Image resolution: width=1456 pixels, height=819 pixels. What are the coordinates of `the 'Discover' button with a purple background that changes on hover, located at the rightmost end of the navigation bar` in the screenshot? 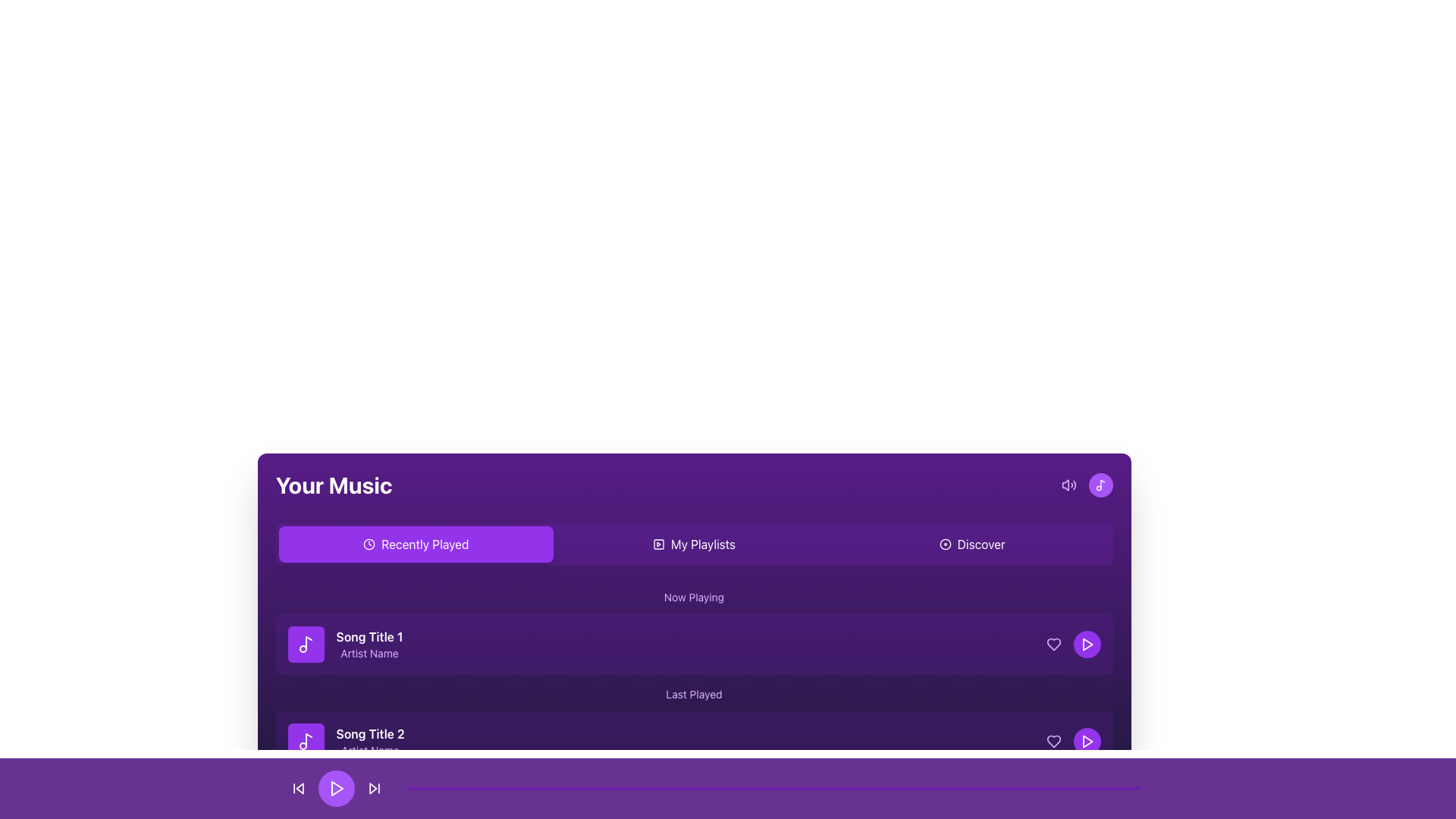 It's located at (972, 543).